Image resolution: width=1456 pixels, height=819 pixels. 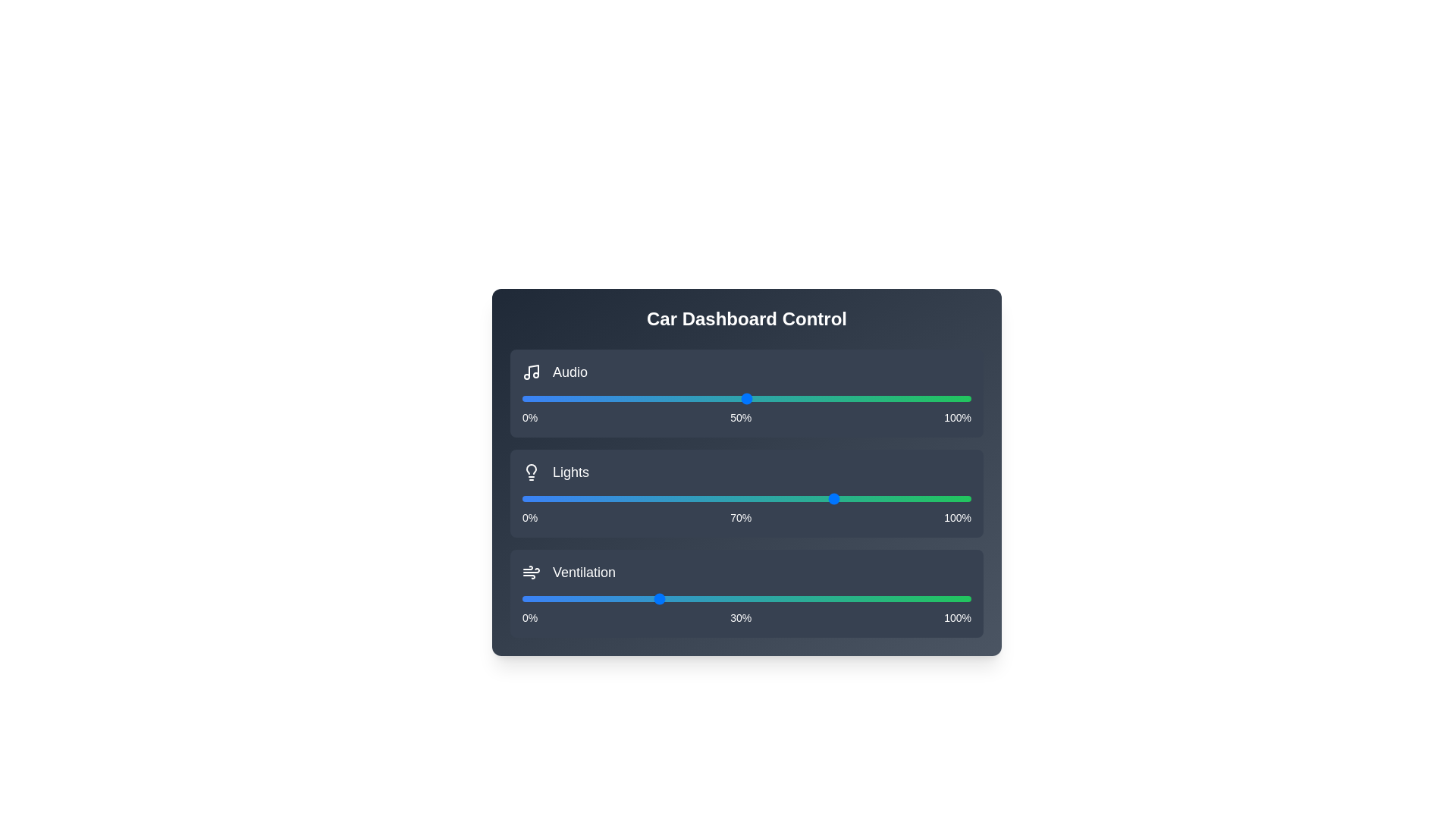 What do you see at coordinates (626, 598) in the screenshot?
I see `the ventilation slider to 23%` at bounding box center [626, 598].